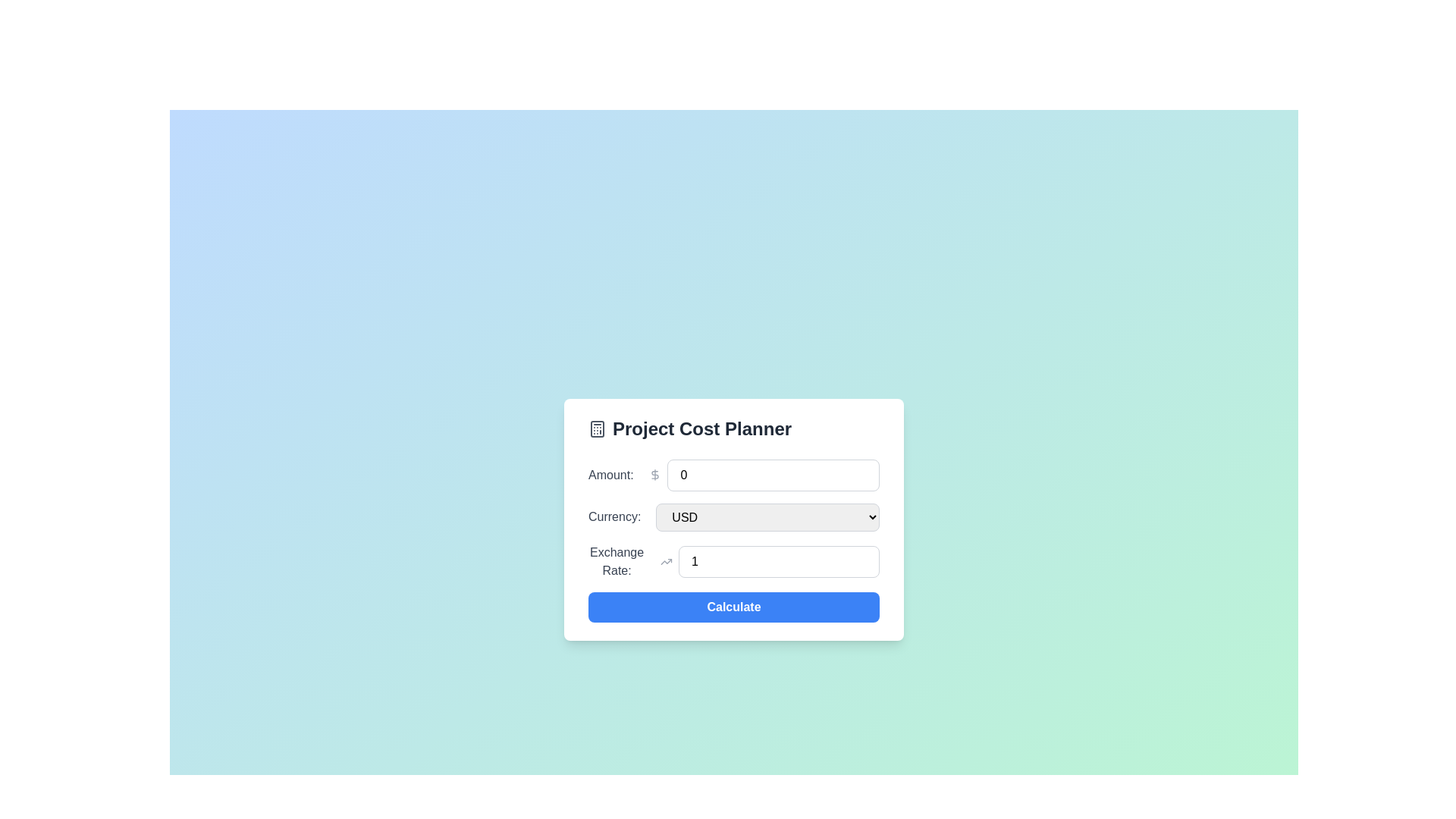  I want to click on an option from the 'Currency:' dropdown menu in the input group within the 'Project Cost Planner' card, so click(734, 519).